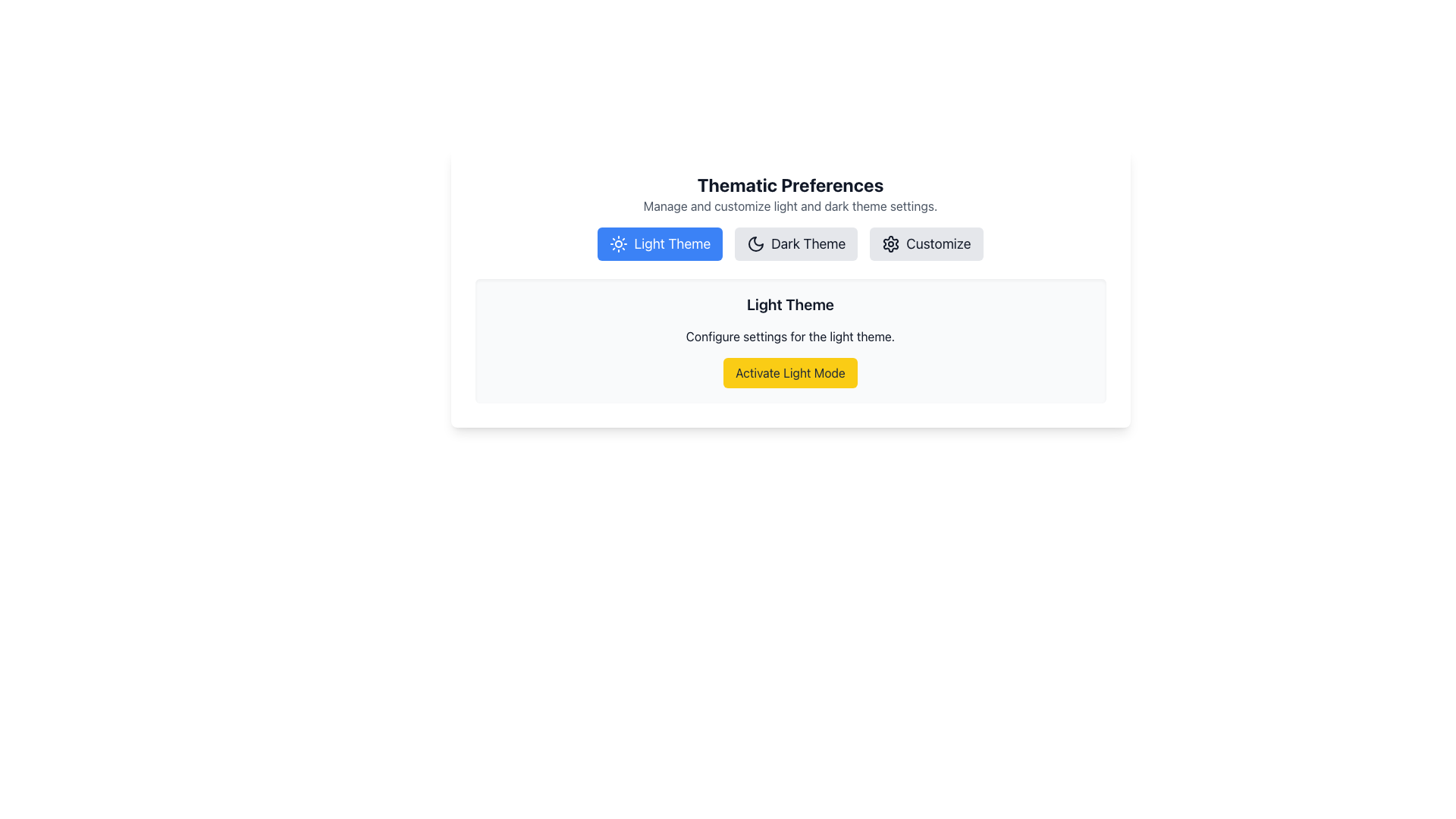 Image resolution: width=1456 pixels, height=819 pixels. What do you see at coordinates (789, 373) in the screenshot?
I see `the button that activates the light mode theme, located in the bottom section of the configuration panel` at bounding box center [789, 373].